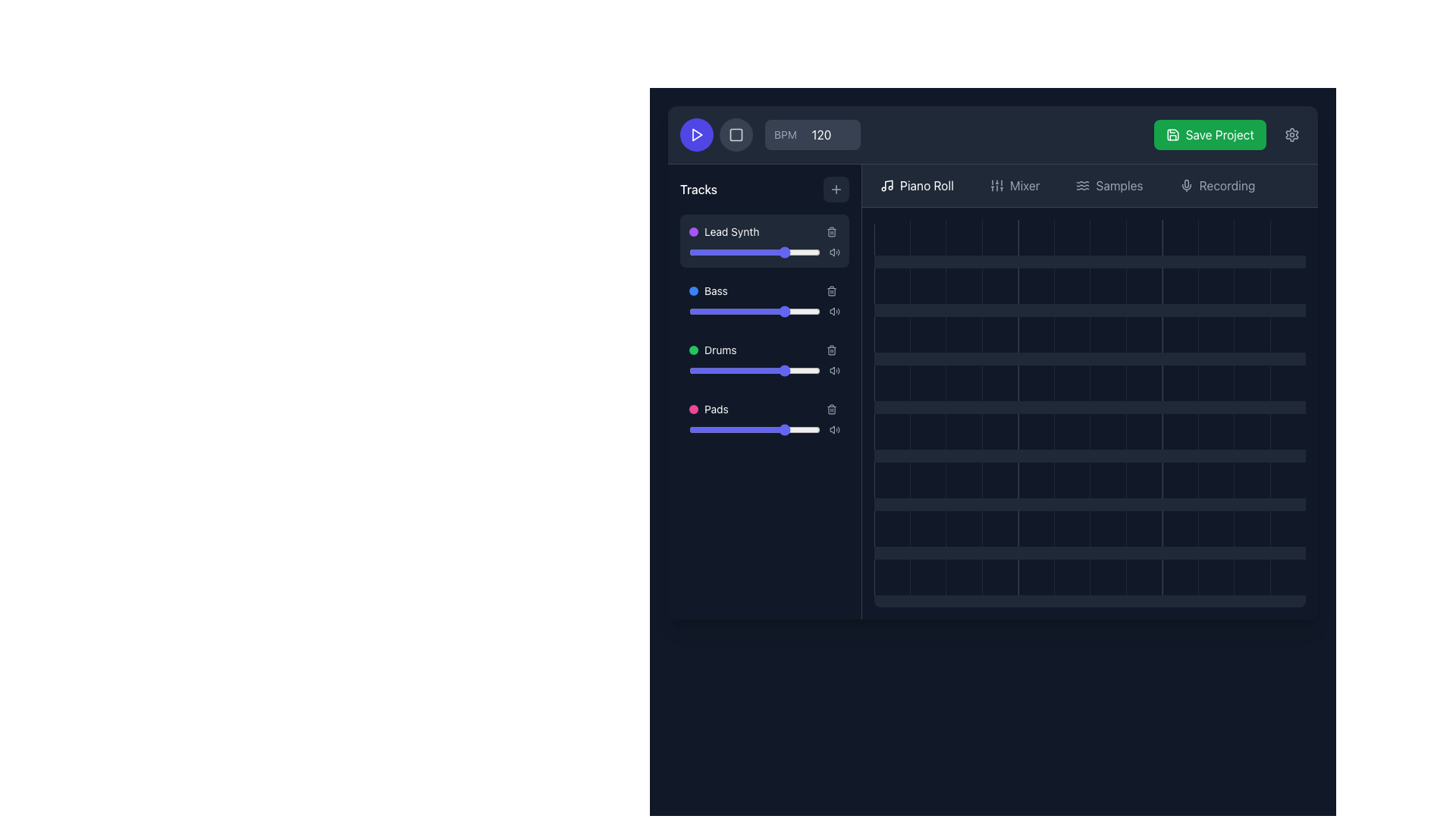  What do you see at coordinates (783, 311) in the screenshot?
I see `the slider` at bounding box center [783, 311].